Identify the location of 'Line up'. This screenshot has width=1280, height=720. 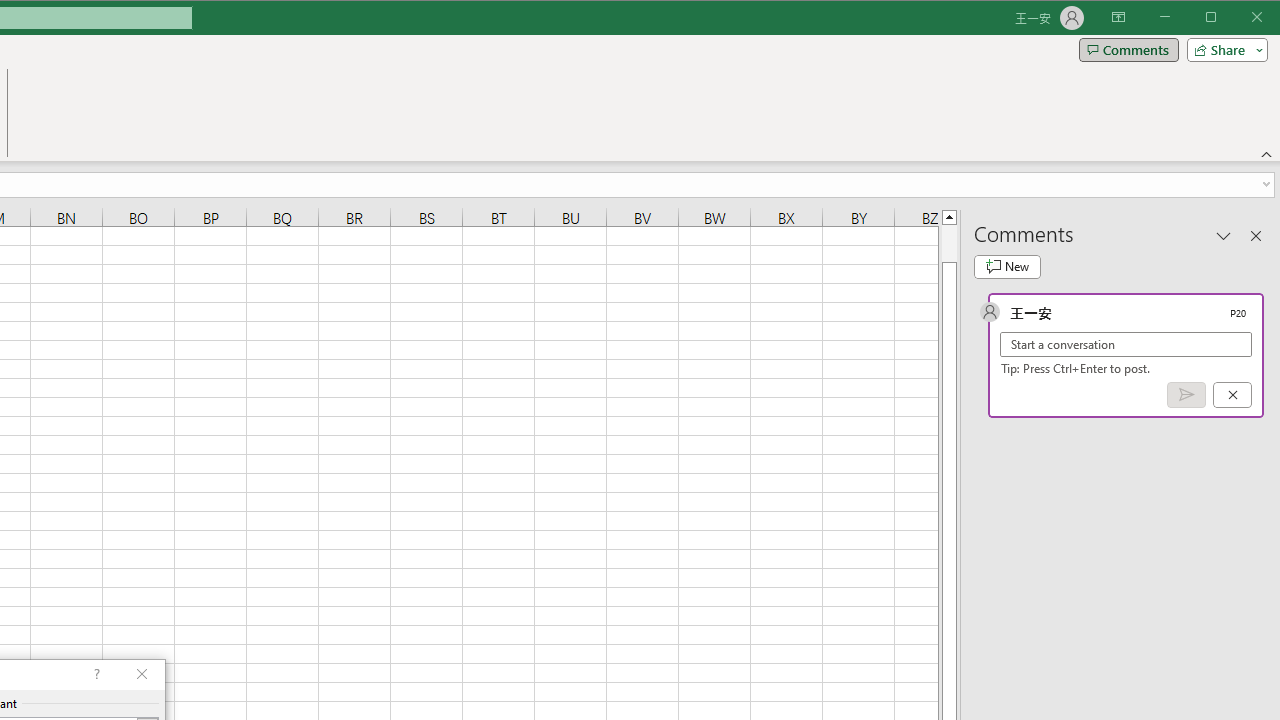
(948, 216).